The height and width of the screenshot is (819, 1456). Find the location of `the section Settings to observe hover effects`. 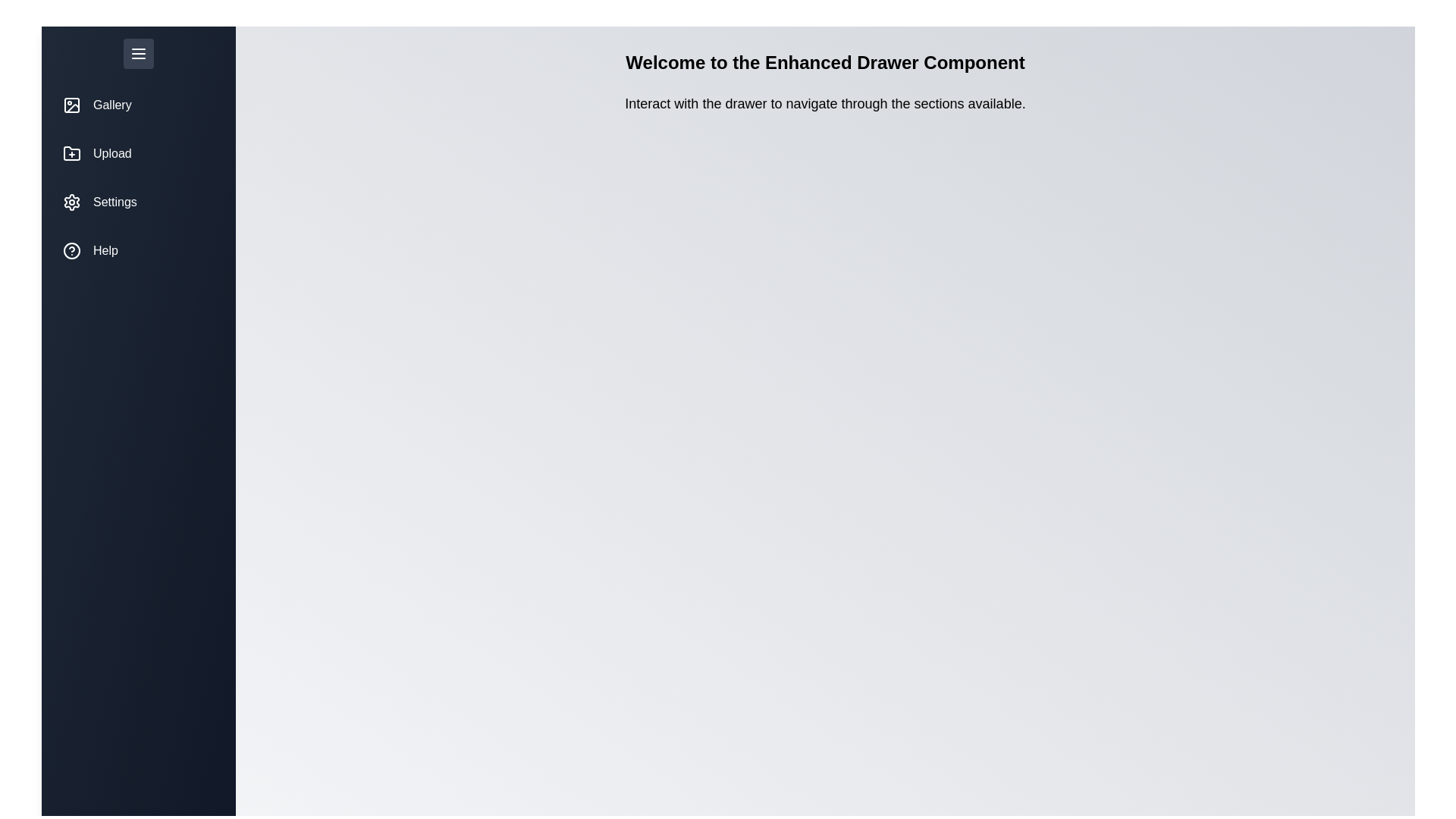

the section Settings to observe hover effects is located at coordinates (138, 201).